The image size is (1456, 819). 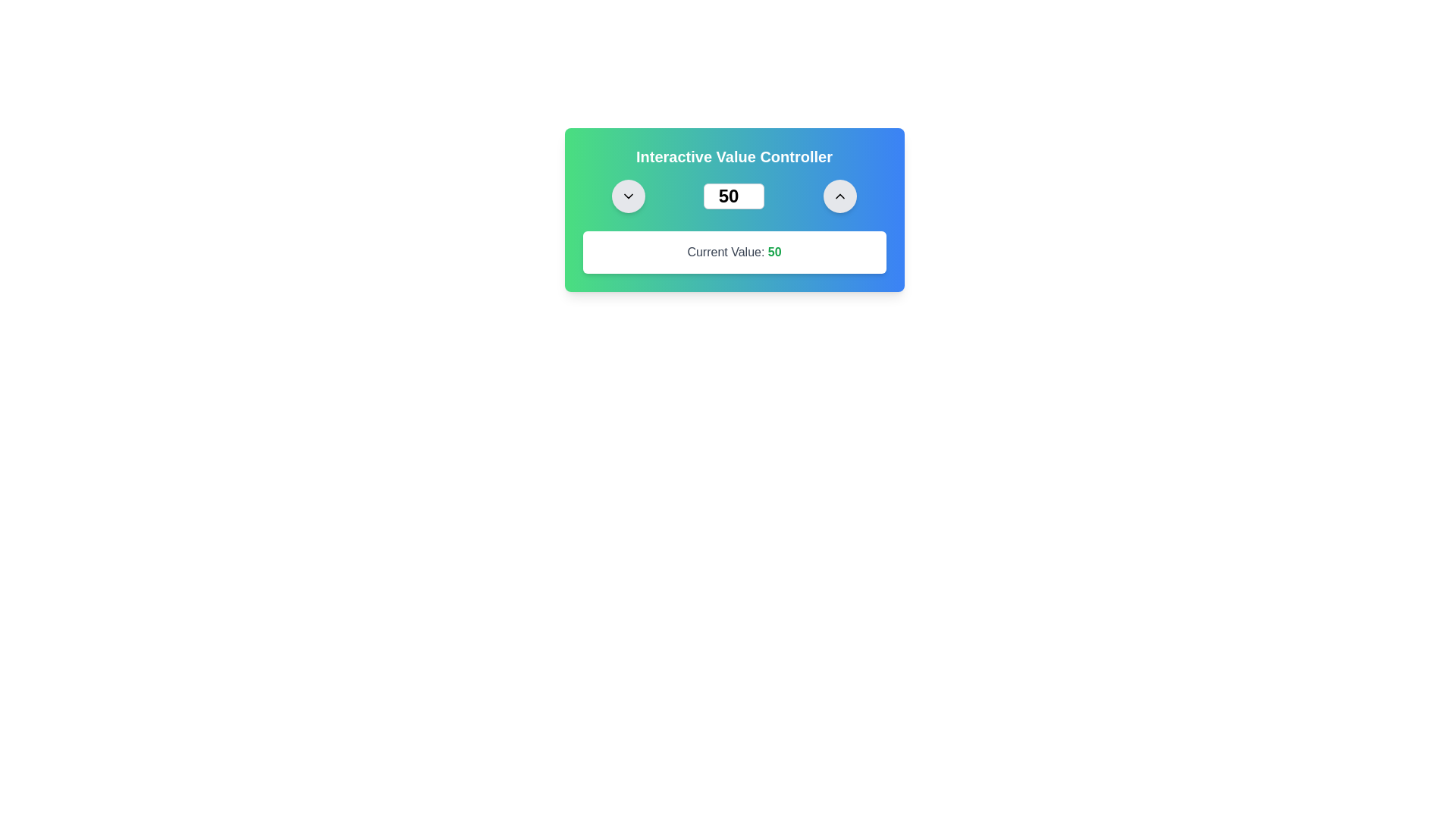 I want to click on the increment button located to the right of the numeric input field and another circular button with a downward chevron to increment the value displayed, so click(x=839, y=195).